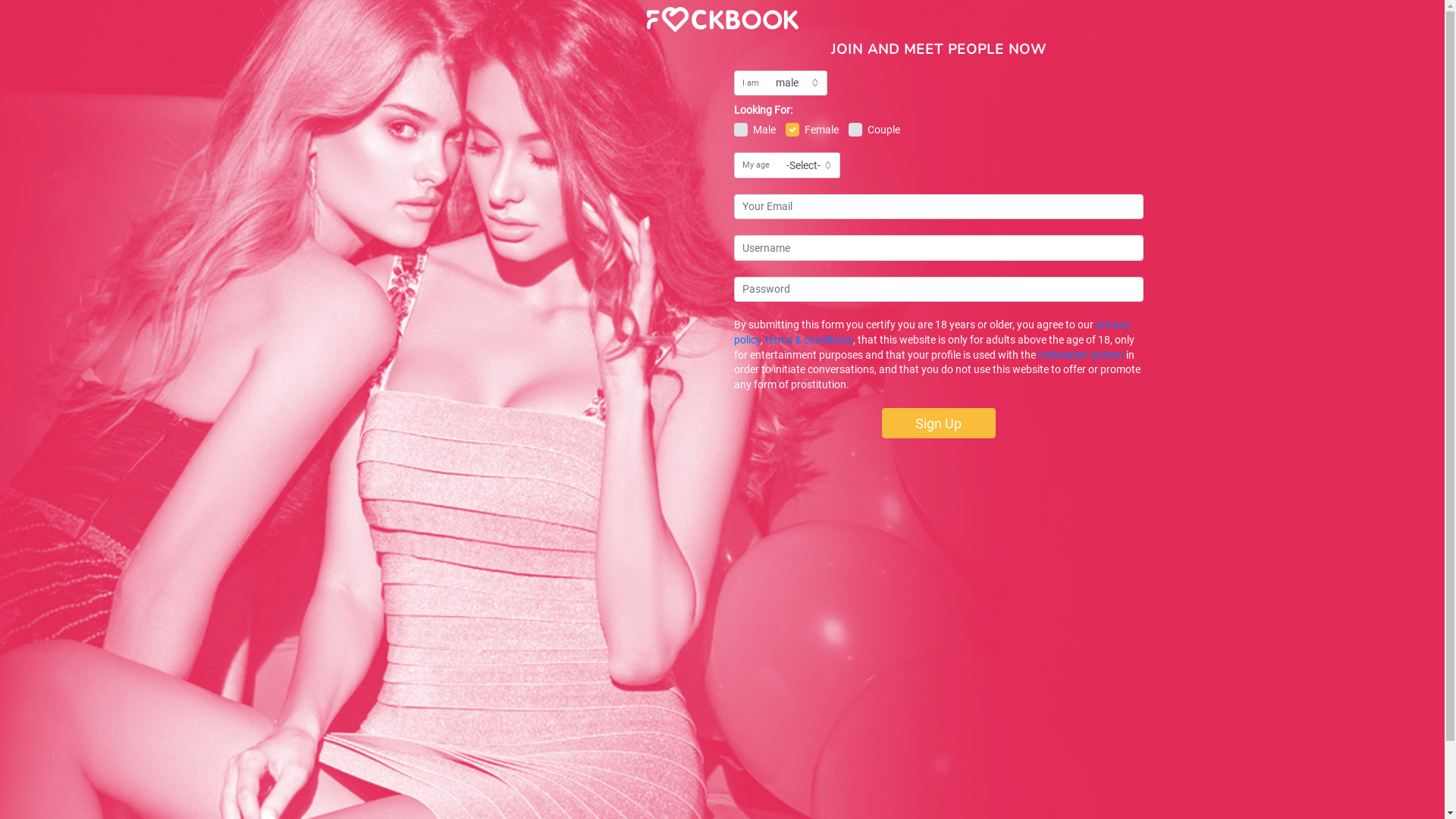 The width and height of the screenshot is (1456, 819). Describe the element at coordinates (807, 338) in the screenshot. I see `'terms & conditions'` at that location.